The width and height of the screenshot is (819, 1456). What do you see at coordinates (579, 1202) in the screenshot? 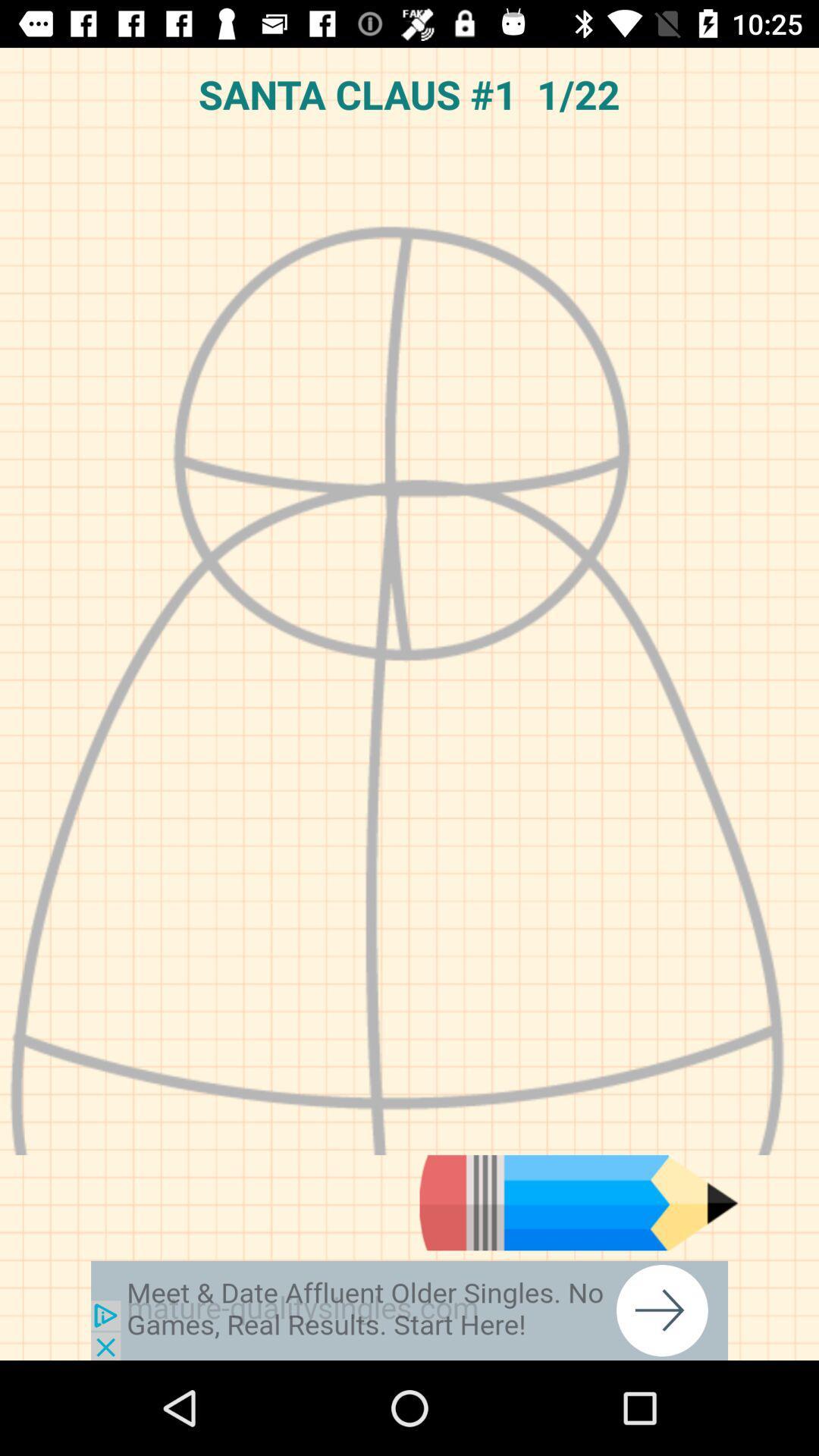
I see `draw` at bounding box center [579, 1202].